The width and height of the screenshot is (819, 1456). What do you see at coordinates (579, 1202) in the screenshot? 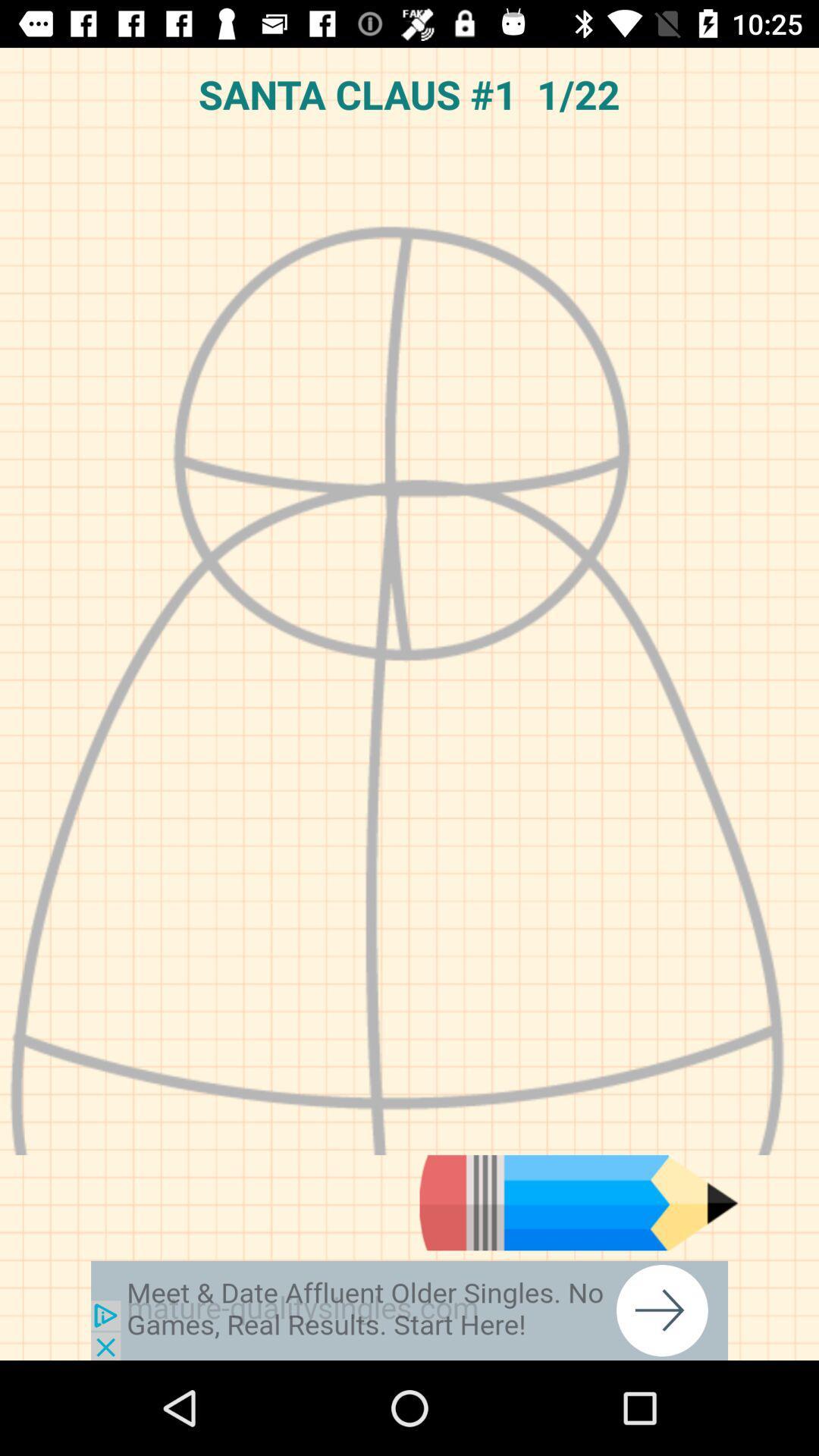
I see `draw` at bounding box center [579, 1202].